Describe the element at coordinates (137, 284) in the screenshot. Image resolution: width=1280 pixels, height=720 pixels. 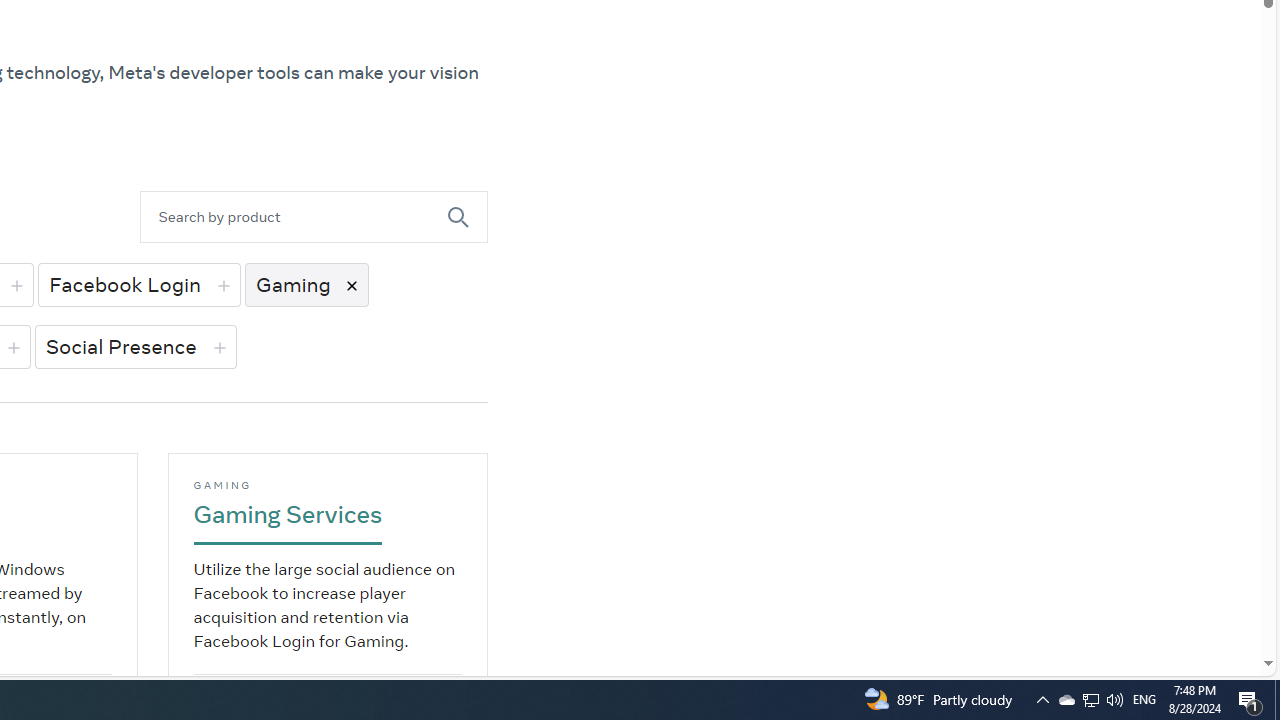
I see `'Facebook Login'` at that location.